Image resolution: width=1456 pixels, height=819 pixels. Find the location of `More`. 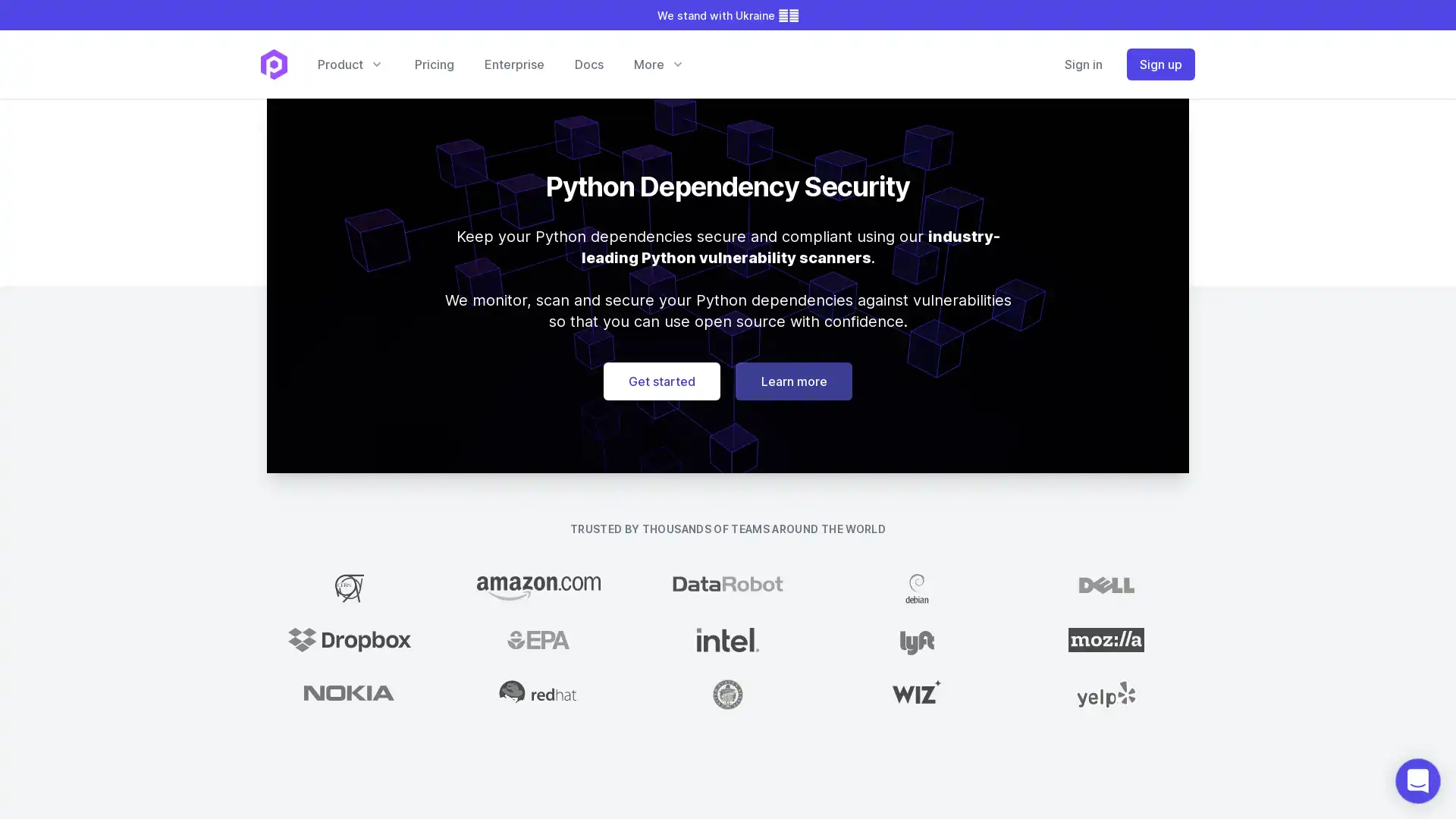

More is located at coordinates (658, 63).